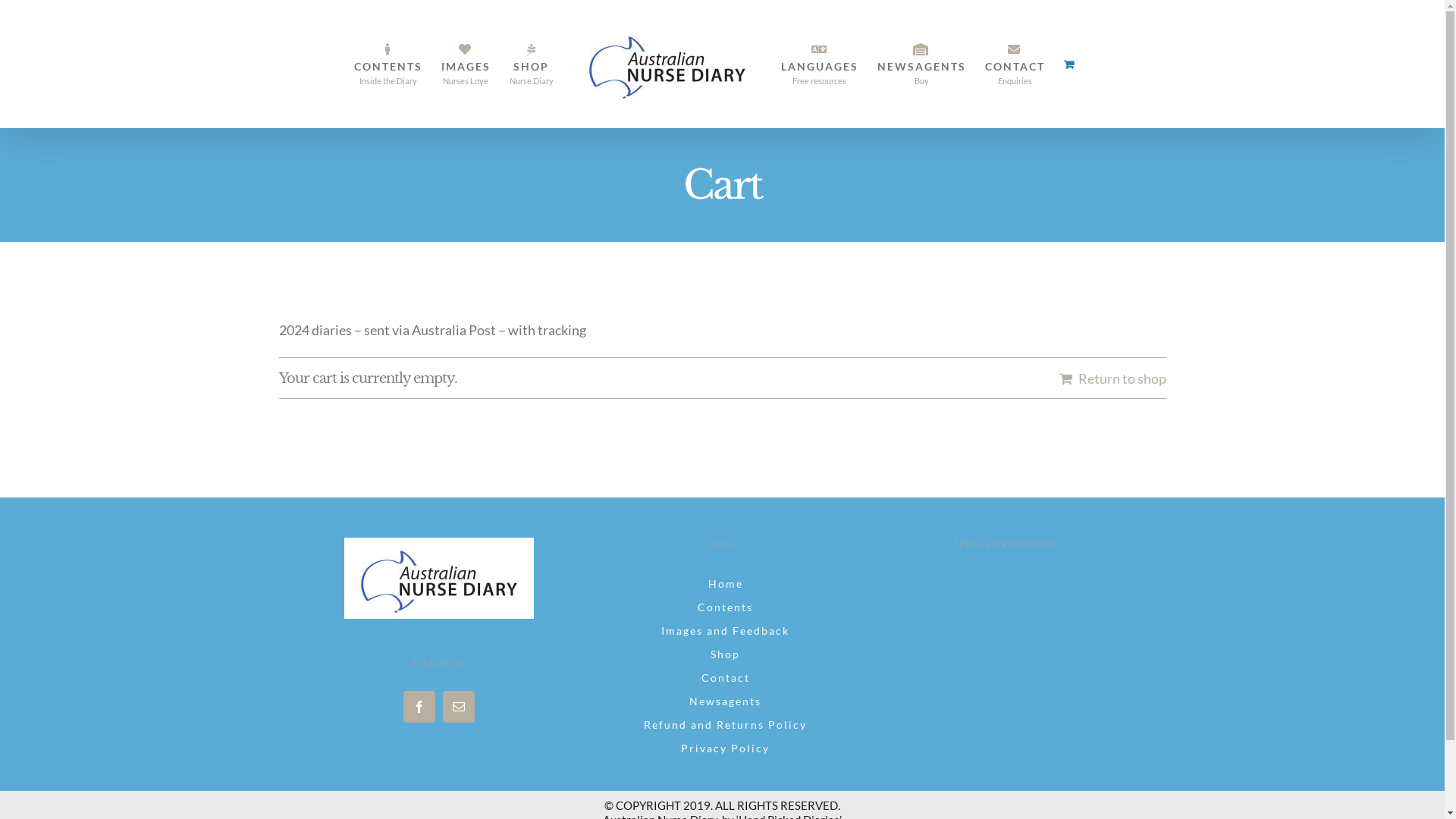  What do you see at coordinates (1112, 377) in the screenshot?
I see `'Return to shop'` at bounding box center [1112, 377].